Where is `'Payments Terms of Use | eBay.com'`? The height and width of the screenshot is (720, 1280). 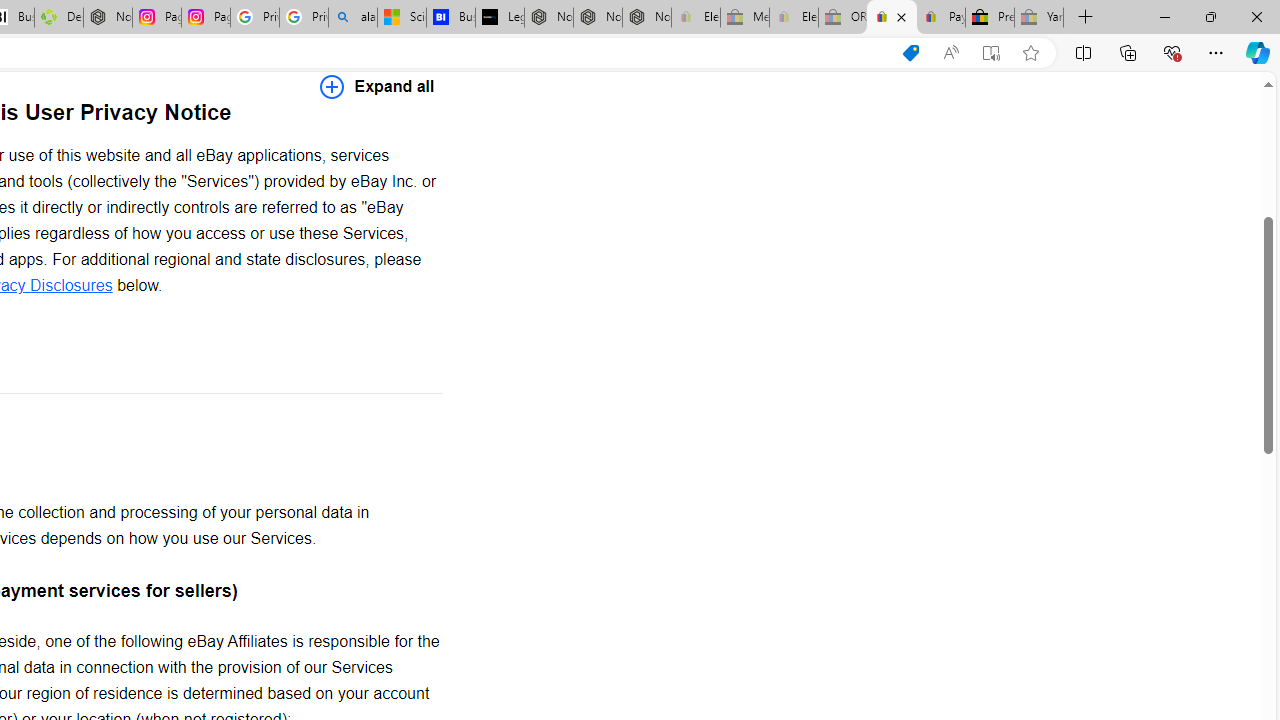 'Payments Terms of Use | eBay.com' is located at coordinates (939, 17).